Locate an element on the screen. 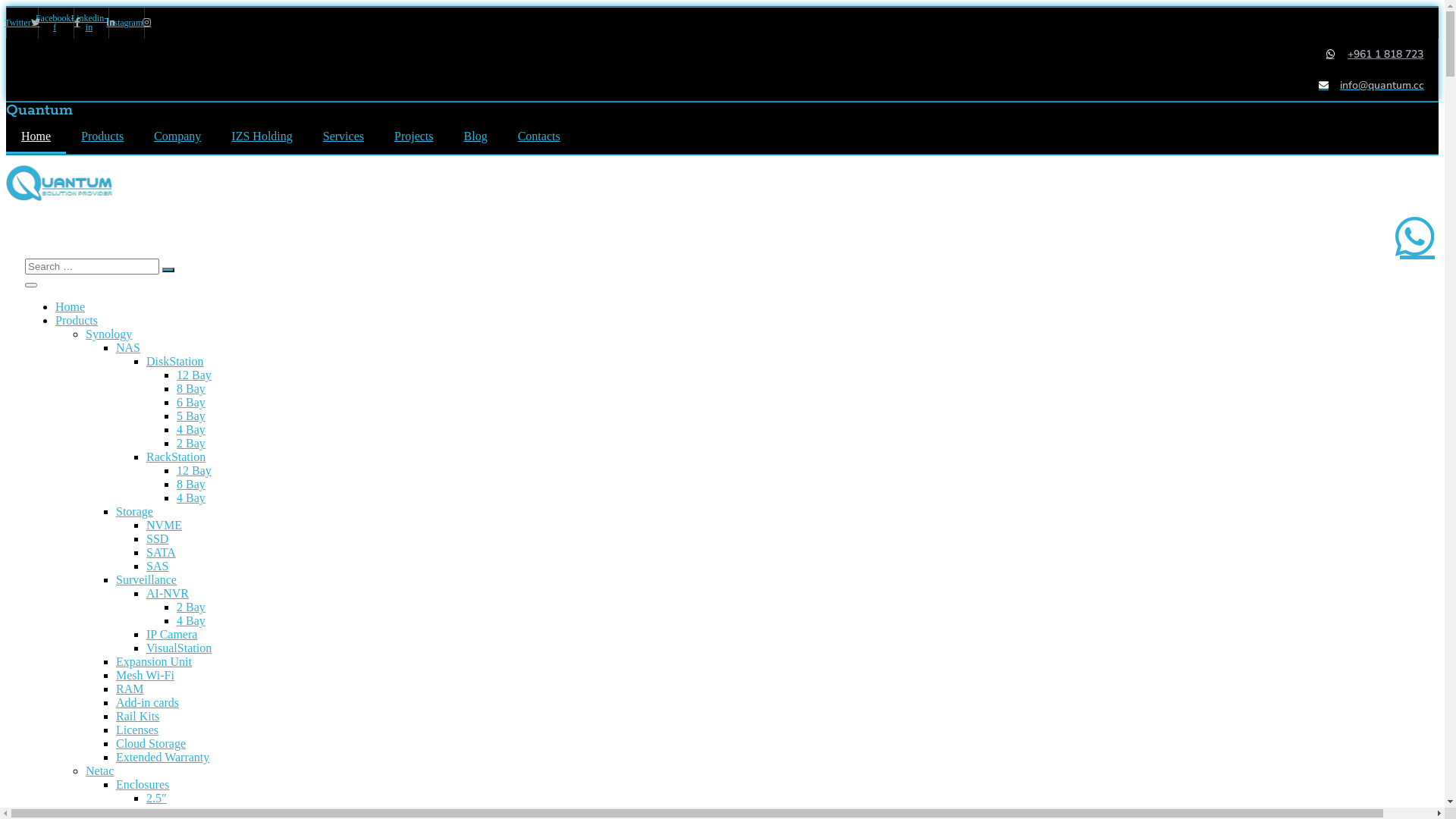  'info@quantum.cc' is located at coordinates (714, 85).